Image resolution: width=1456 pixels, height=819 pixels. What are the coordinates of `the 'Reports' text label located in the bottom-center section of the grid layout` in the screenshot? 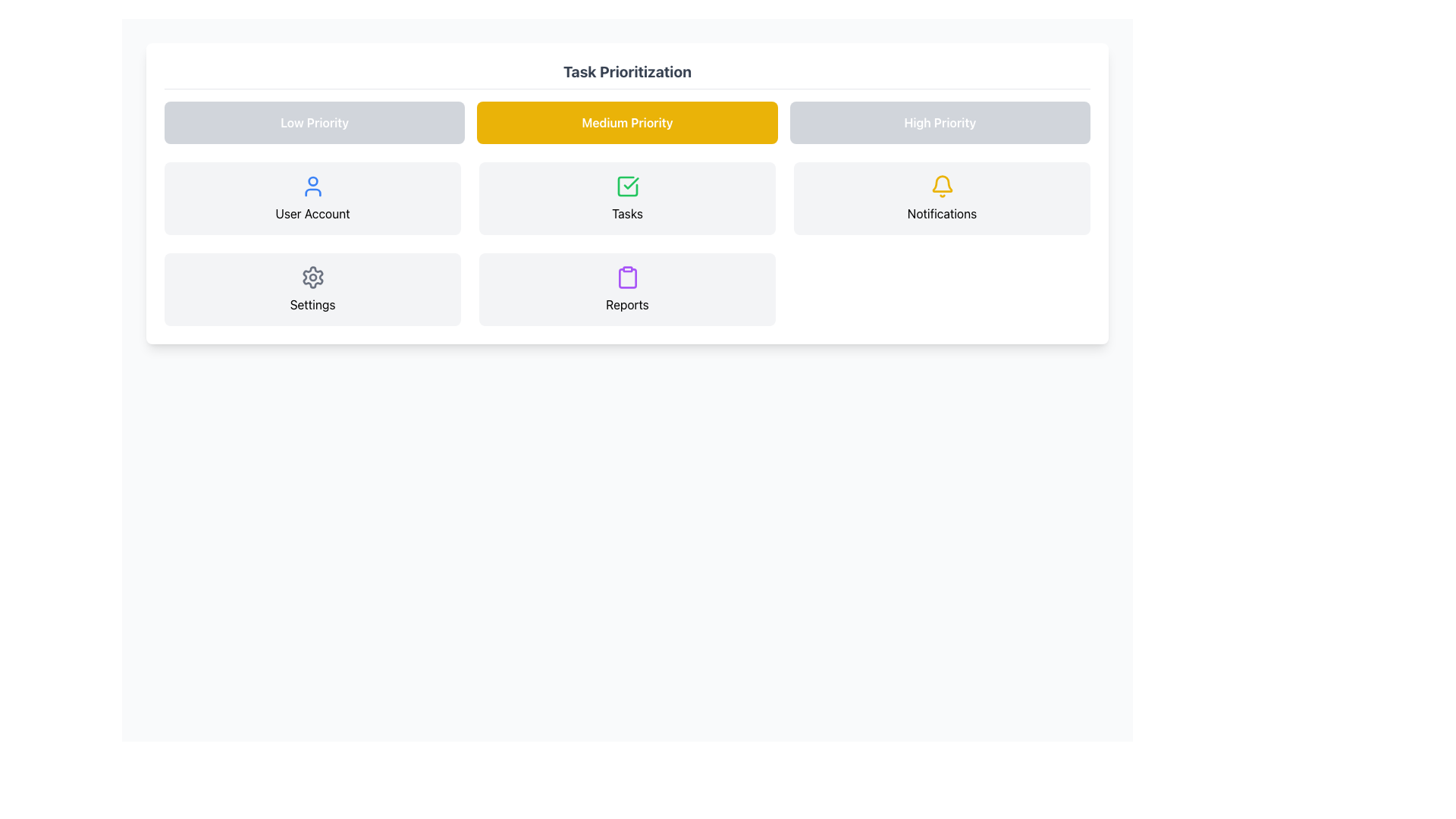 It's located at (627, 304).